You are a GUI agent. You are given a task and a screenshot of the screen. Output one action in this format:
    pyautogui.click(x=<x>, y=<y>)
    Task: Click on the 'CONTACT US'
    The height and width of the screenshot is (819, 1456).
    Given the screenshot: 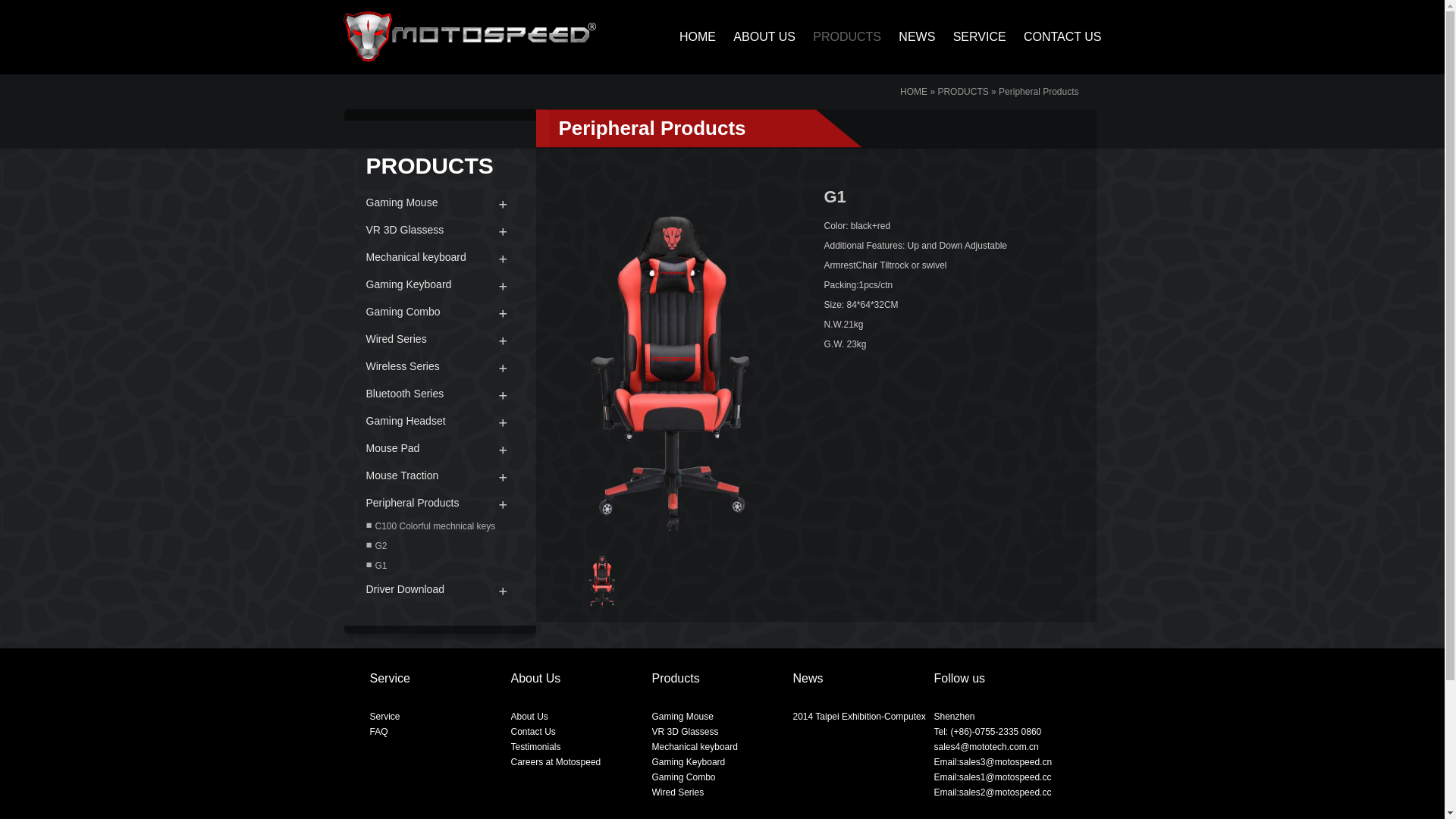 What is the action you would take?
    pyautogui.click(x=1054, y=36)
    